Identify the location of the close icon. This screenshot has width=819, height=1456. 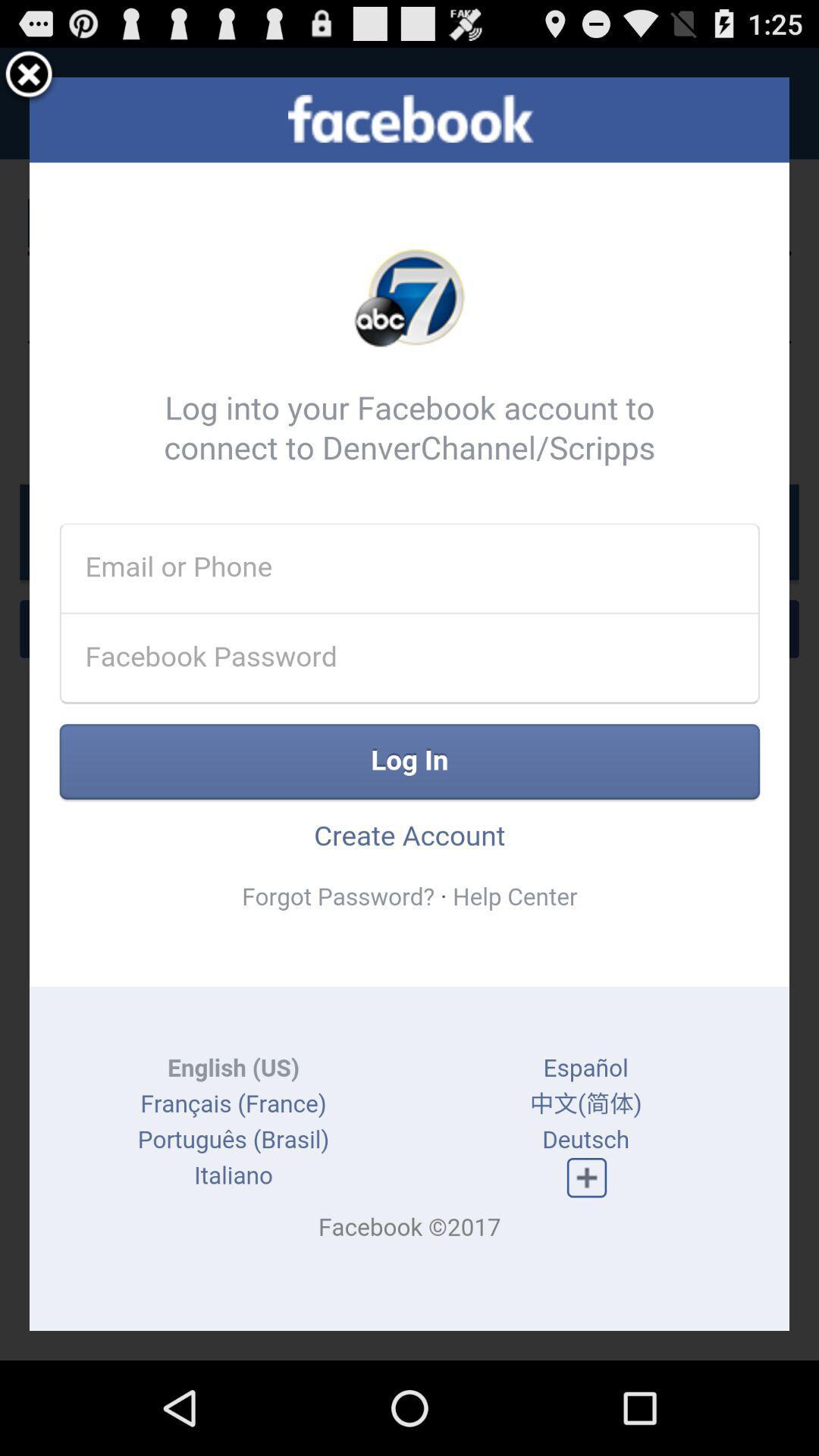
(29, 81).